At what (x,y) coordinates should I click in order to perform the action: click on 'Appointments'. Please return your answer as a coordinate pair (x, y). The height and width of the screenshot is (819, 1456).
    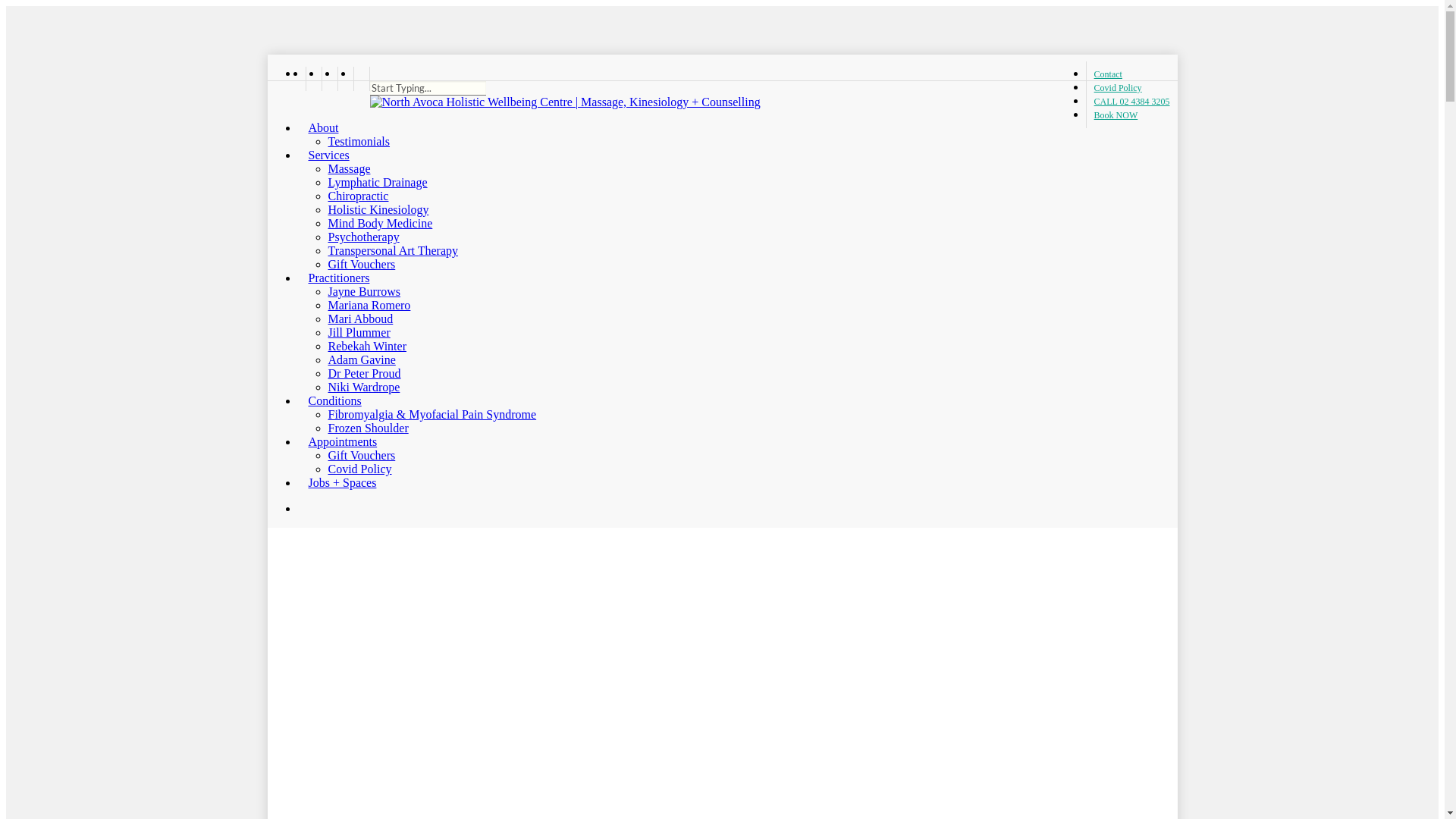
    Looking at the image, I should click on (336, 441).